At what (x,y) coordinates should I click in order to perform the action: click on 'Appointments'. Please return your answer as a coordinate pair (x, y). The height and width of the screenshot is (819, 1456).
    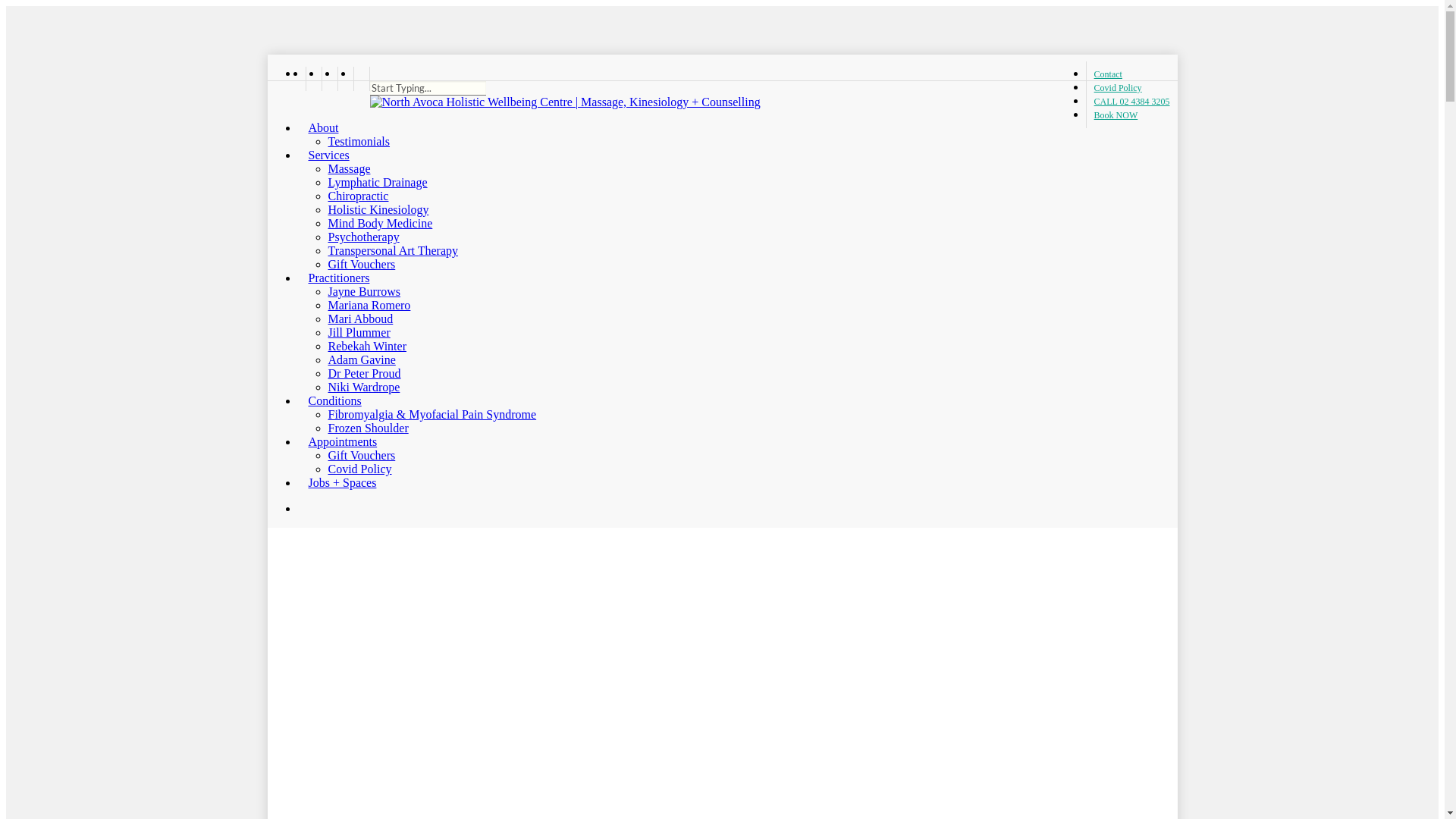
    Looking at the image, I should click on (336, 441).